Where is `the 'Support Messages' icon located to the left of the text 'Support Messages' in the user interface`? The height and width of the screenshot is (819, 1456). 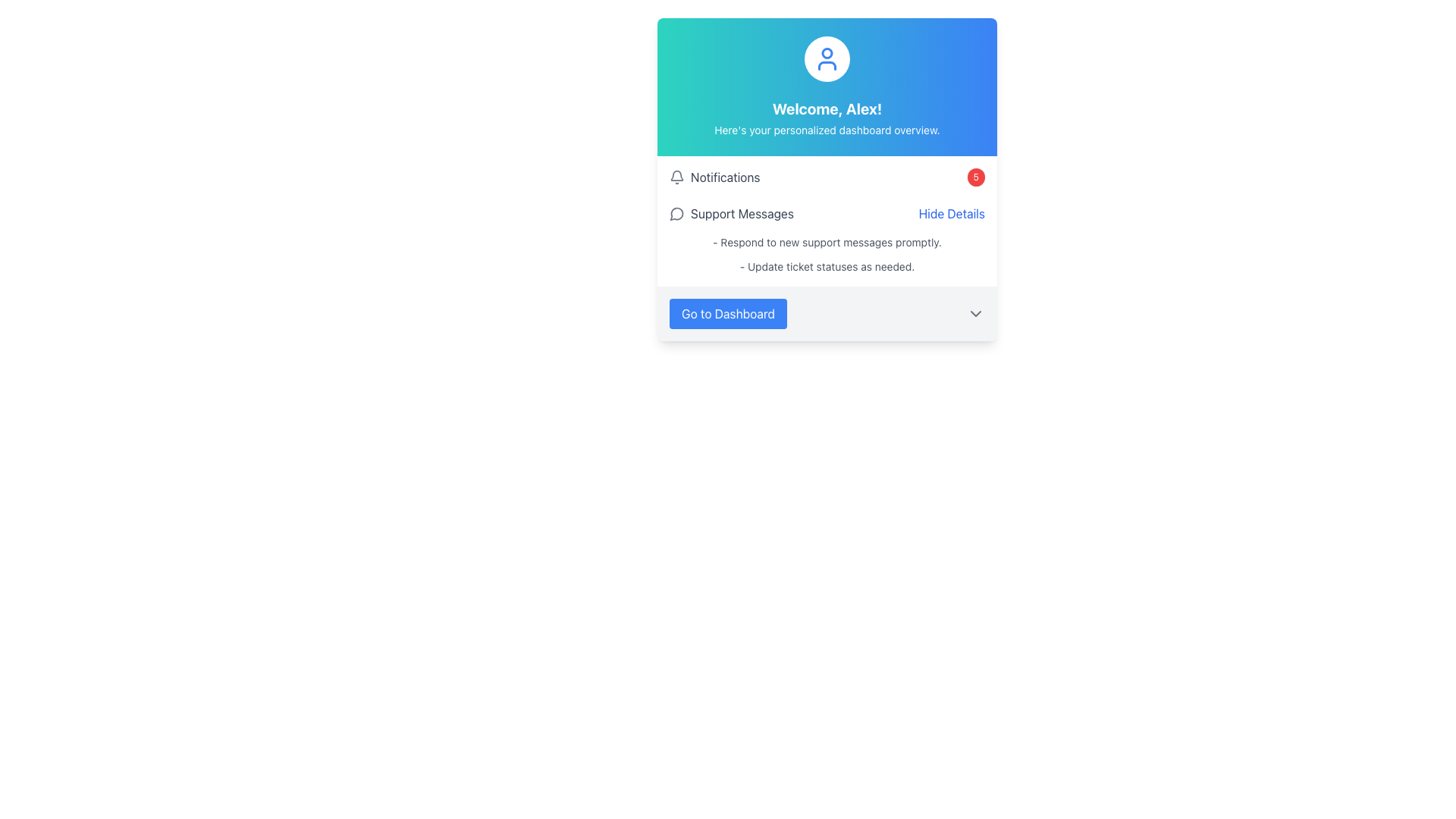 the 'Support Messages' icon located to the left of the text 'Support Messages' in the user interface is located at coordinates (676, 213).